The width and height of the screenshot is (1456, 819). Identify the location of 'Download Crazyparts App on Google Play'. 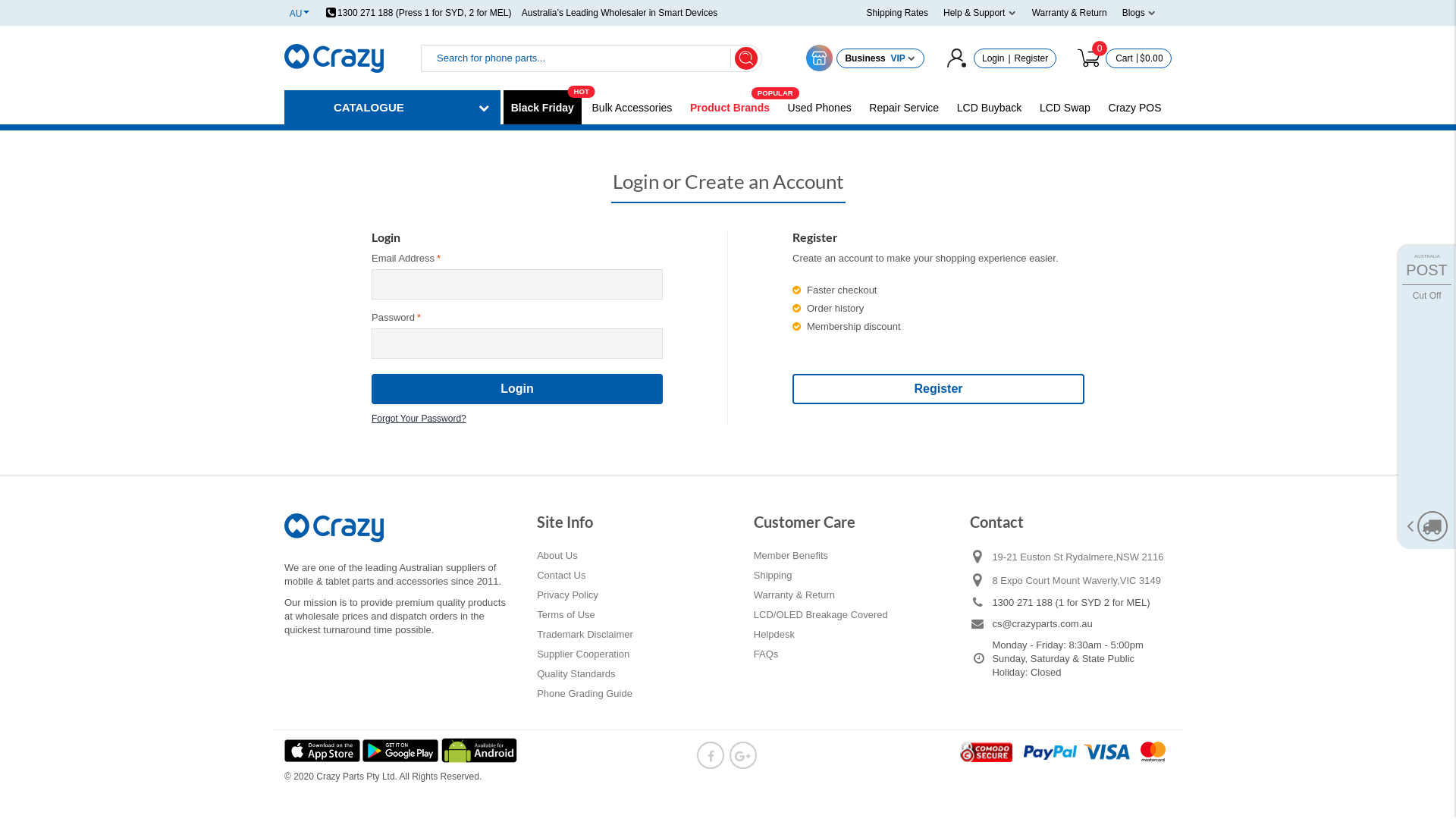
(401, 748).